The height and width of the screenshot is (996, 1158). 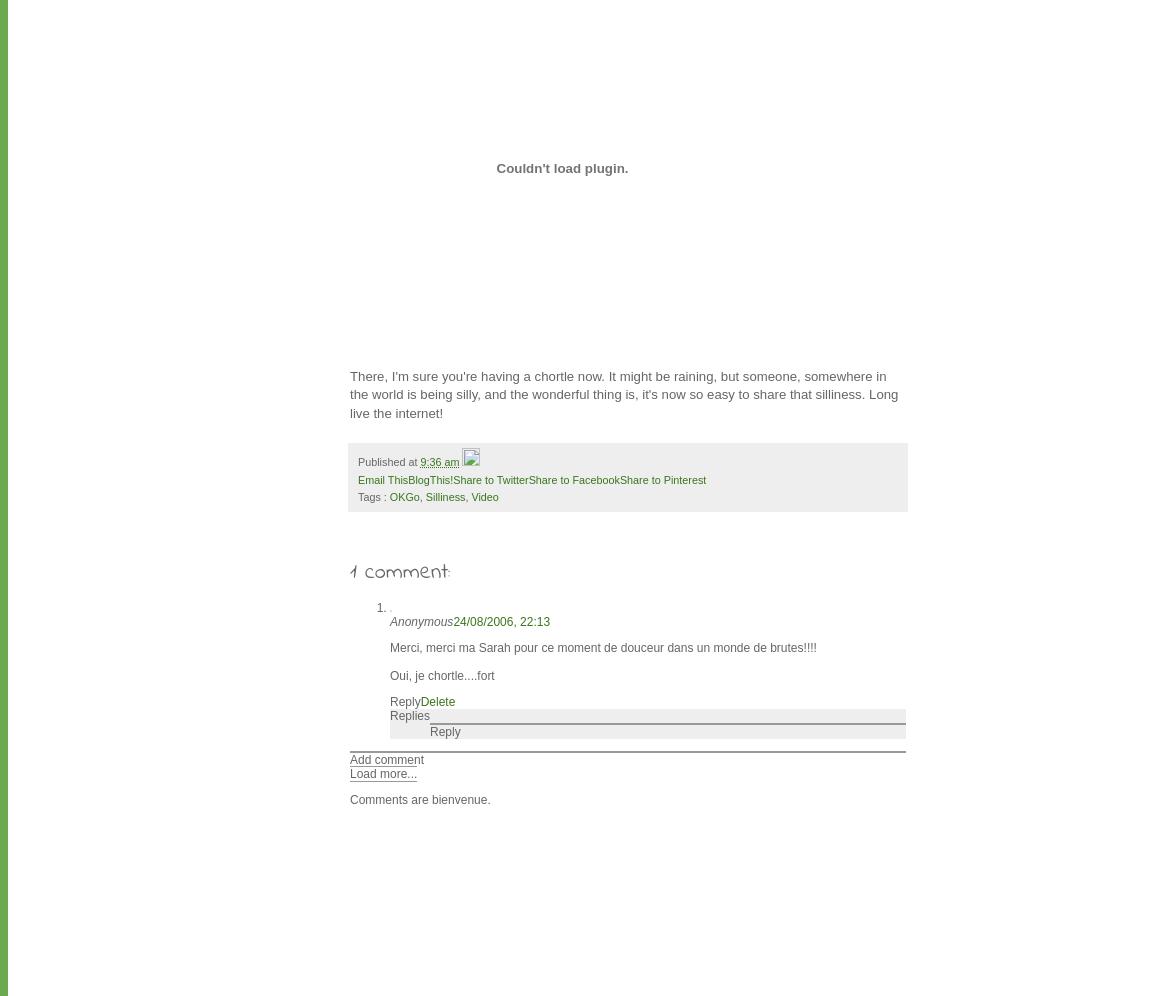 I want to click on 'Video', so click(x=483, y=495).